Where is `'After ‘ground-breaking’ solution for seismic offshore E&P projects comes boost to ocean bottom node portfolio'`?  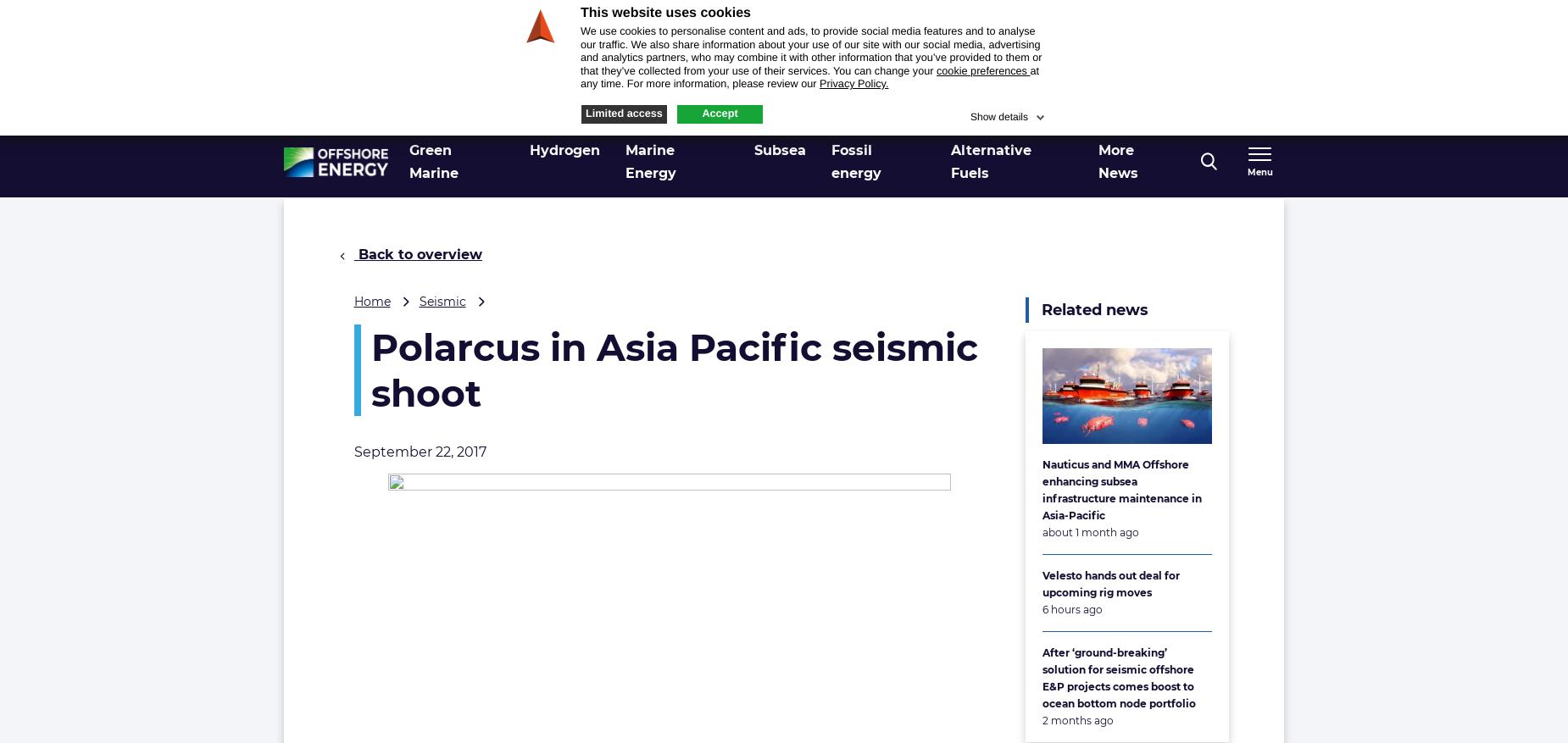 'After ‘ground-breaking’ solution for seismic offshore E&P projects comes boost to ocean bottom node portfolio' is located at coordinates (1118, 676).